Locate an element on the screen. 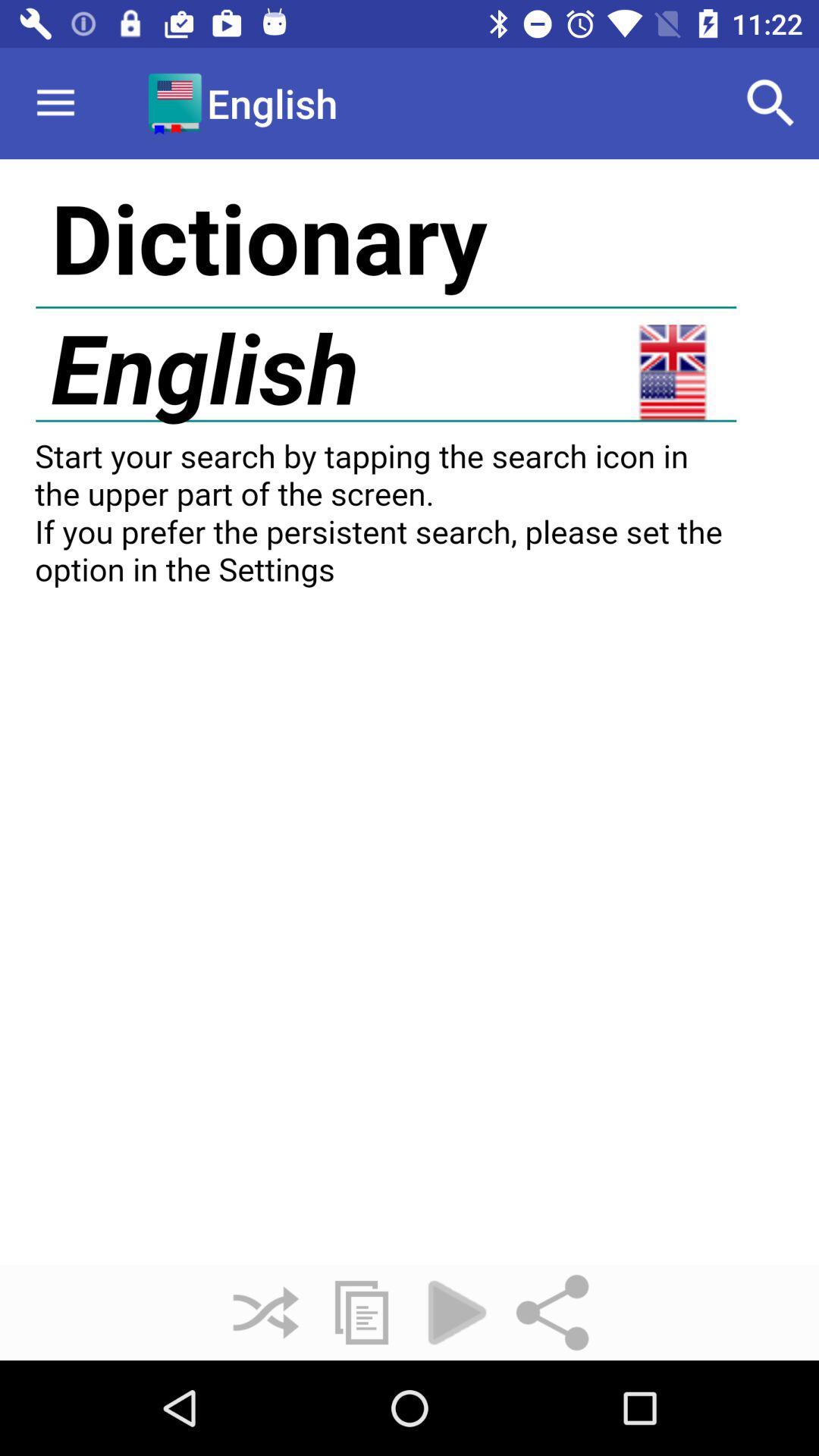  the share icon is located at coordinates (553, 1312).